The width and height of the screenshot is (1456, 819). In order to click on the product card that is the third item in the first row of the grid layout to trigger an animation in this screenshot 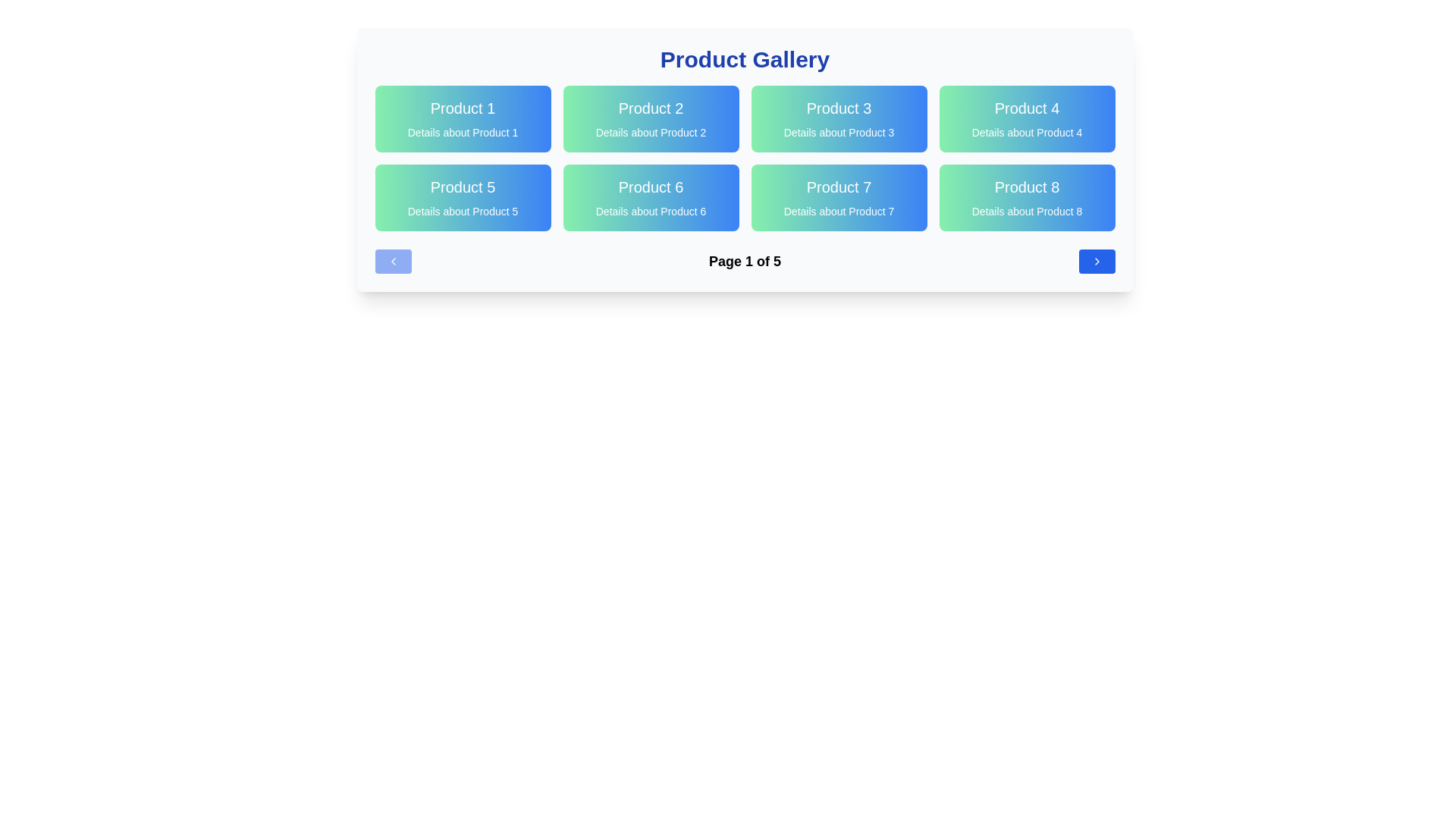, I will do `click(838, 118)`.